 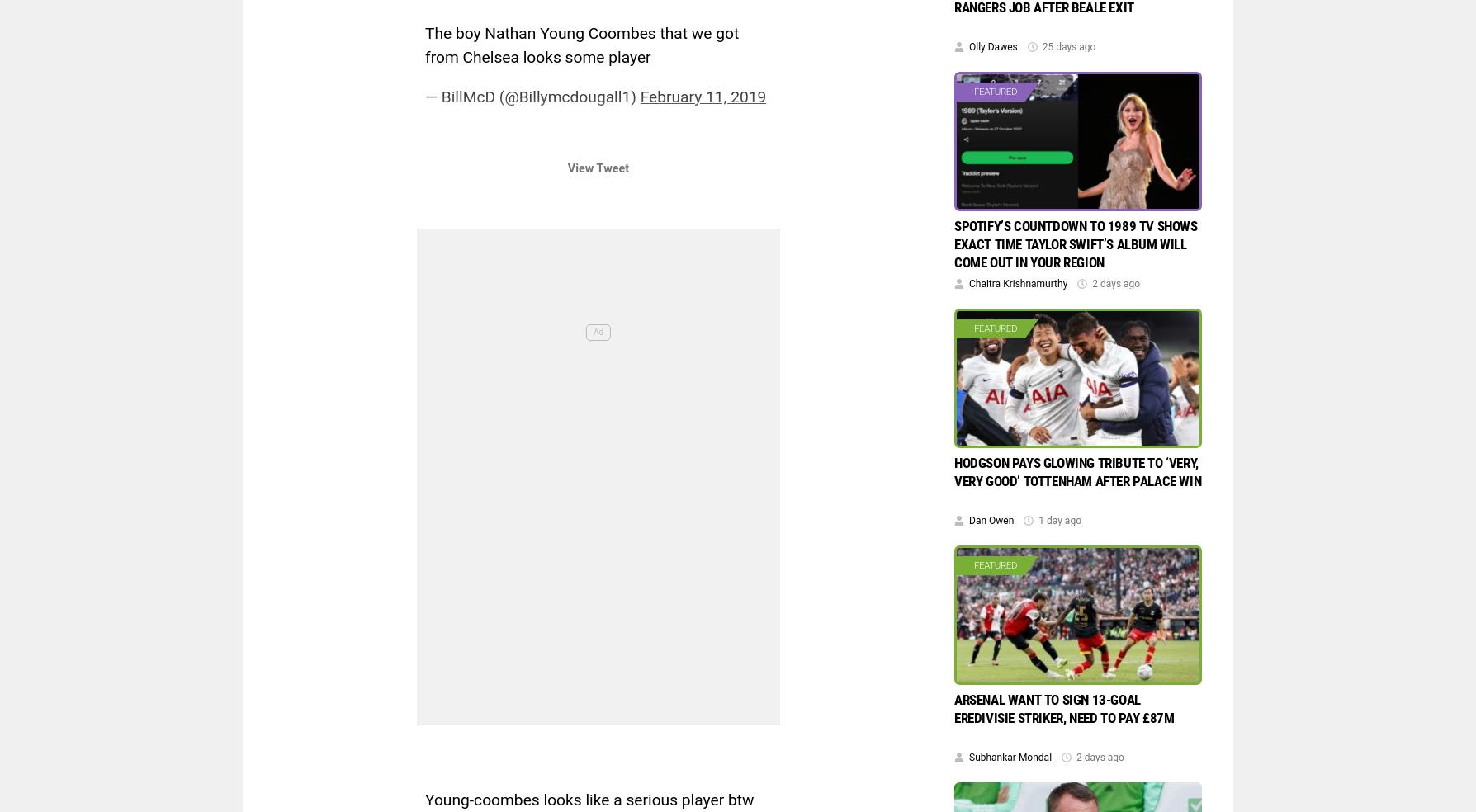 I want to click on 'Spotify’s countdown to 1989 TV shows exact time Taylor Swift’s album will come out in your region', so click(x=1074, y=243).